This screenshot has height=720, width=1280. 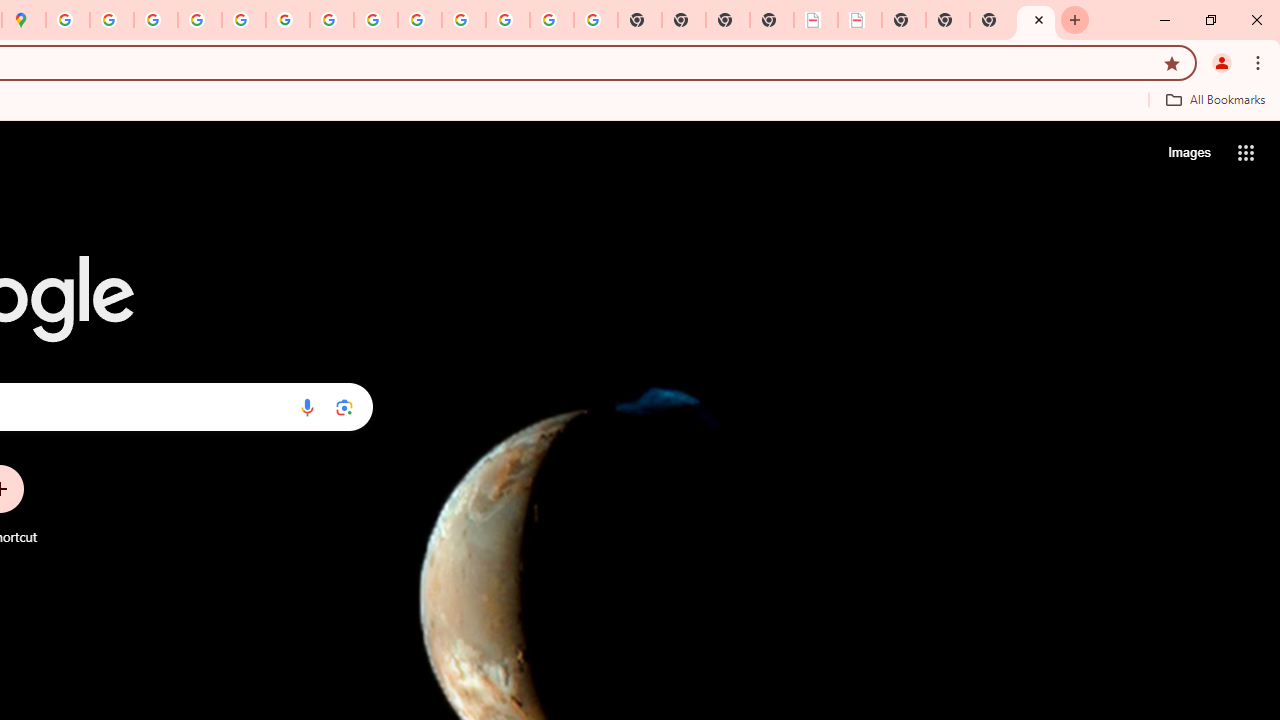 I want to click on 'Privacy Help Center - Policies Help', so click(x=155, y=20).